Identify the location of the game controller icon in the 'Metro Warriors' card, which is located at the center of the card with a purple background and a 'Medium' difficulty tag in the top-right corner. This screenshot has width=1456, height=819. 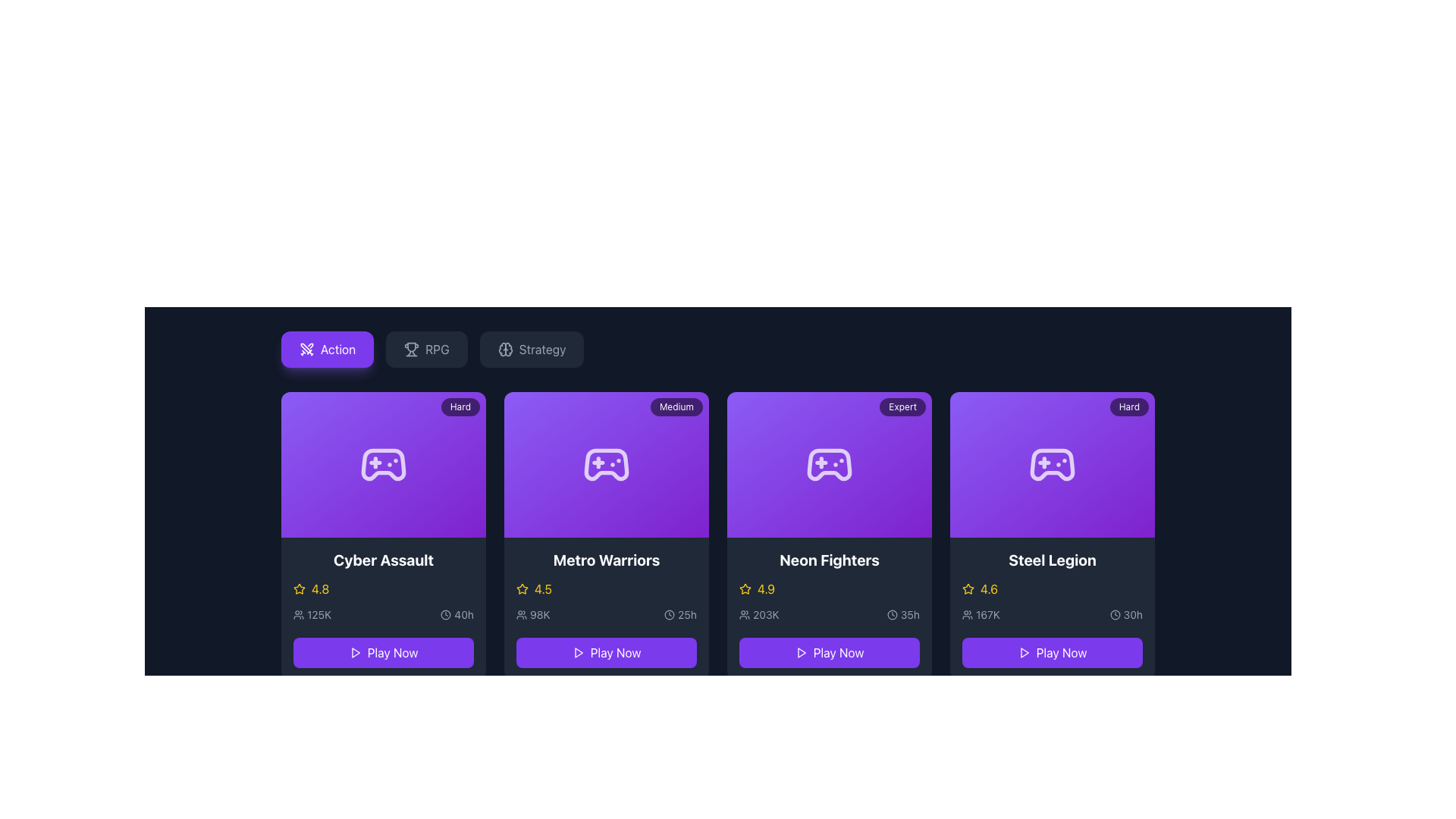
(607, 464).